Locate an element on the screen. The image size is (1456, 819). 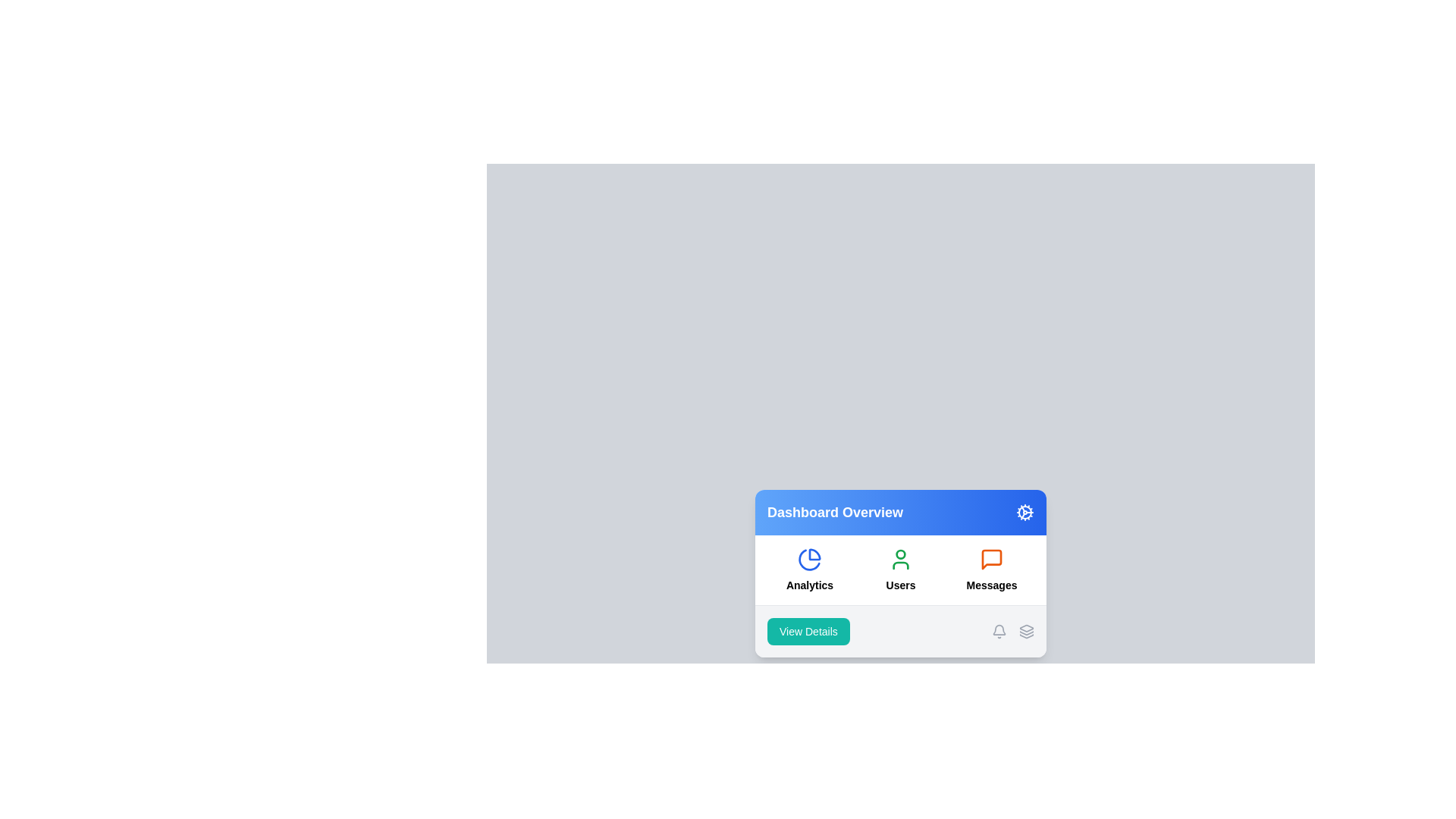
the user-related functionalities icon located in the 'Users' section of the dashboard, positioned above the label 'Users' and to the right of the 'Analytics' icon is located at coordinates (901, 559).